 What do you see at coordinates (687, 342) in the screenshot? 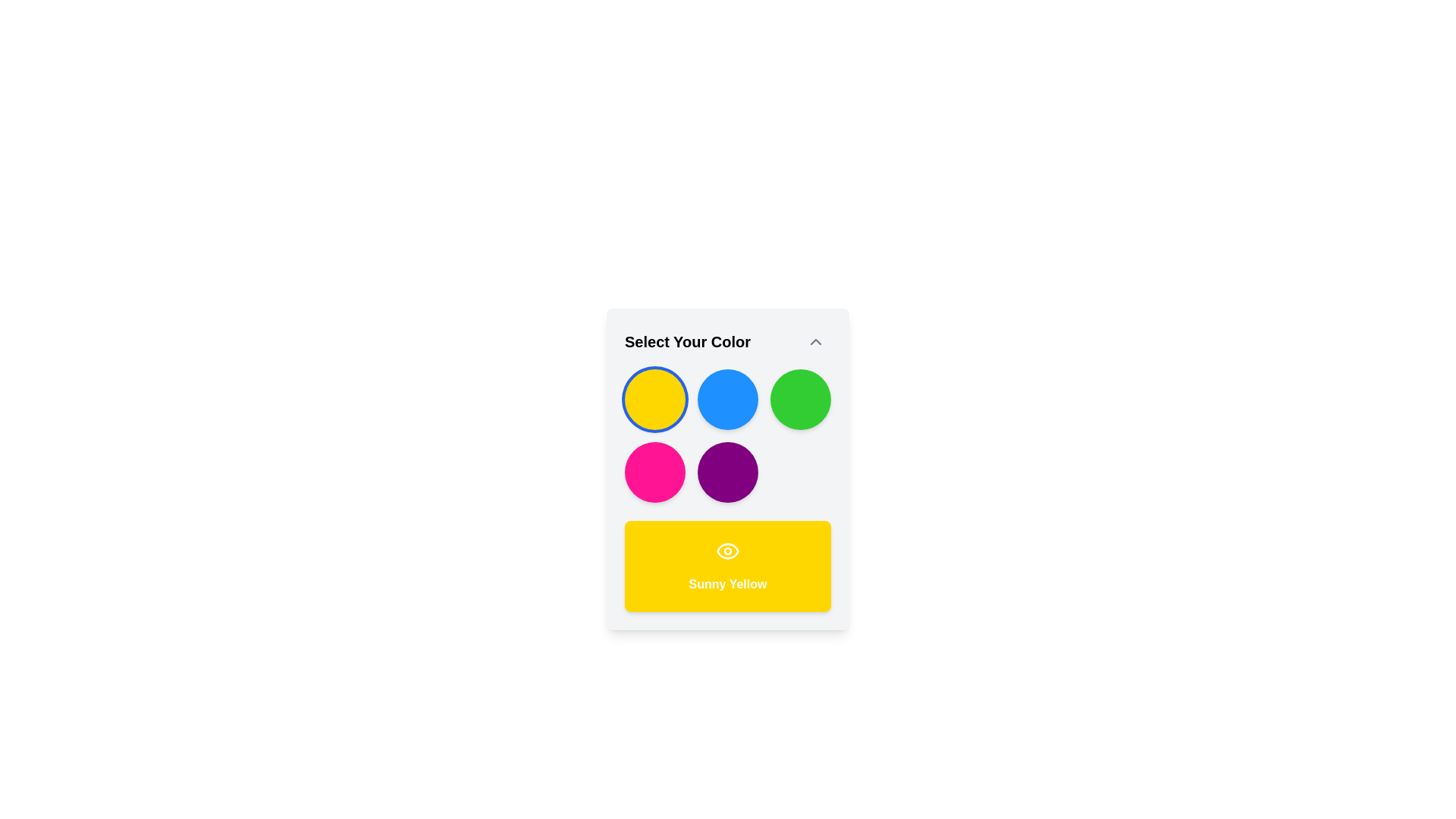
I see `the static text 'Select Your Color'` at bounding box center [687, 342].